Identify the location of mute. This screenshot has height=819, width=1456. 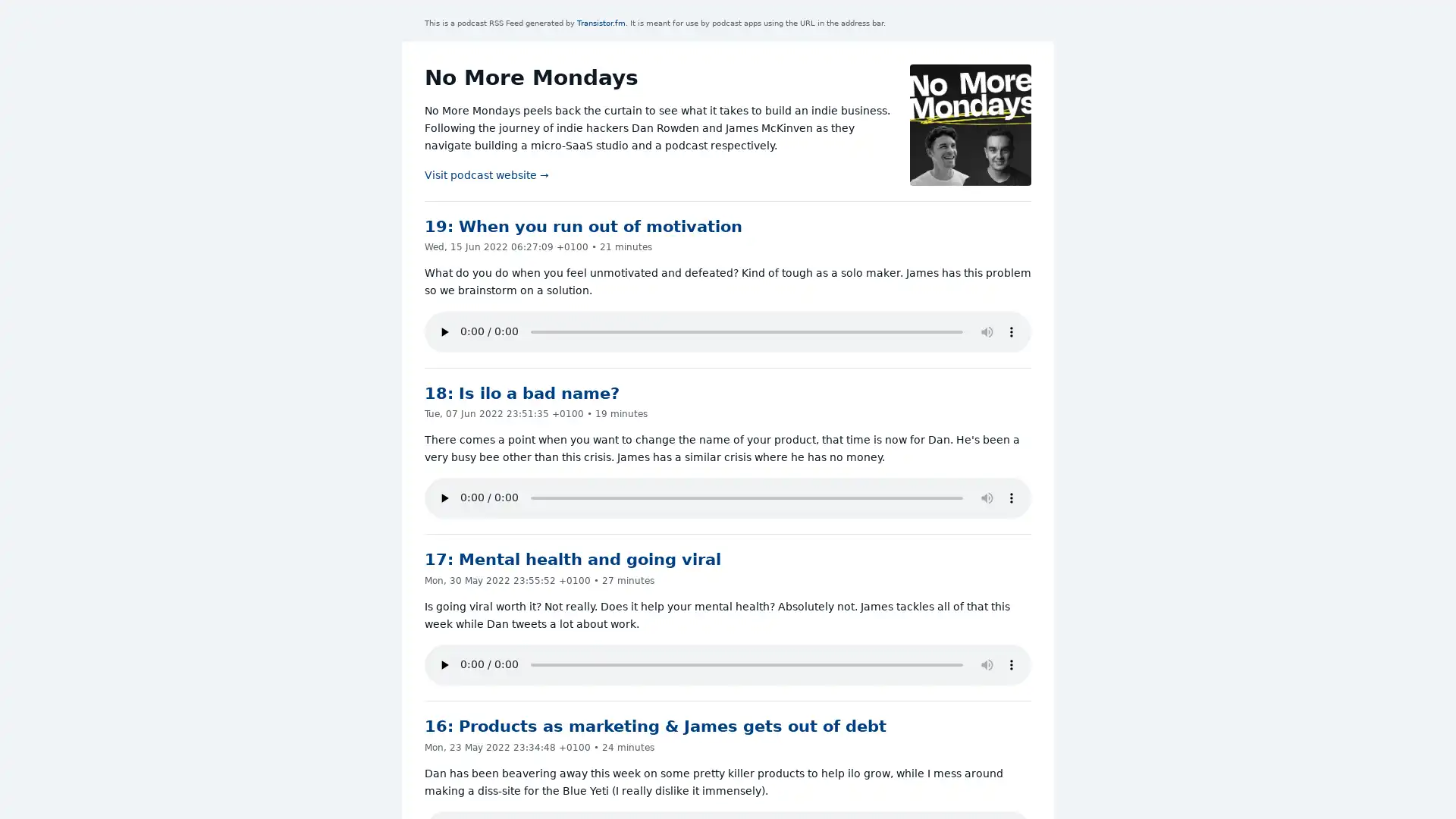
(987, 330).